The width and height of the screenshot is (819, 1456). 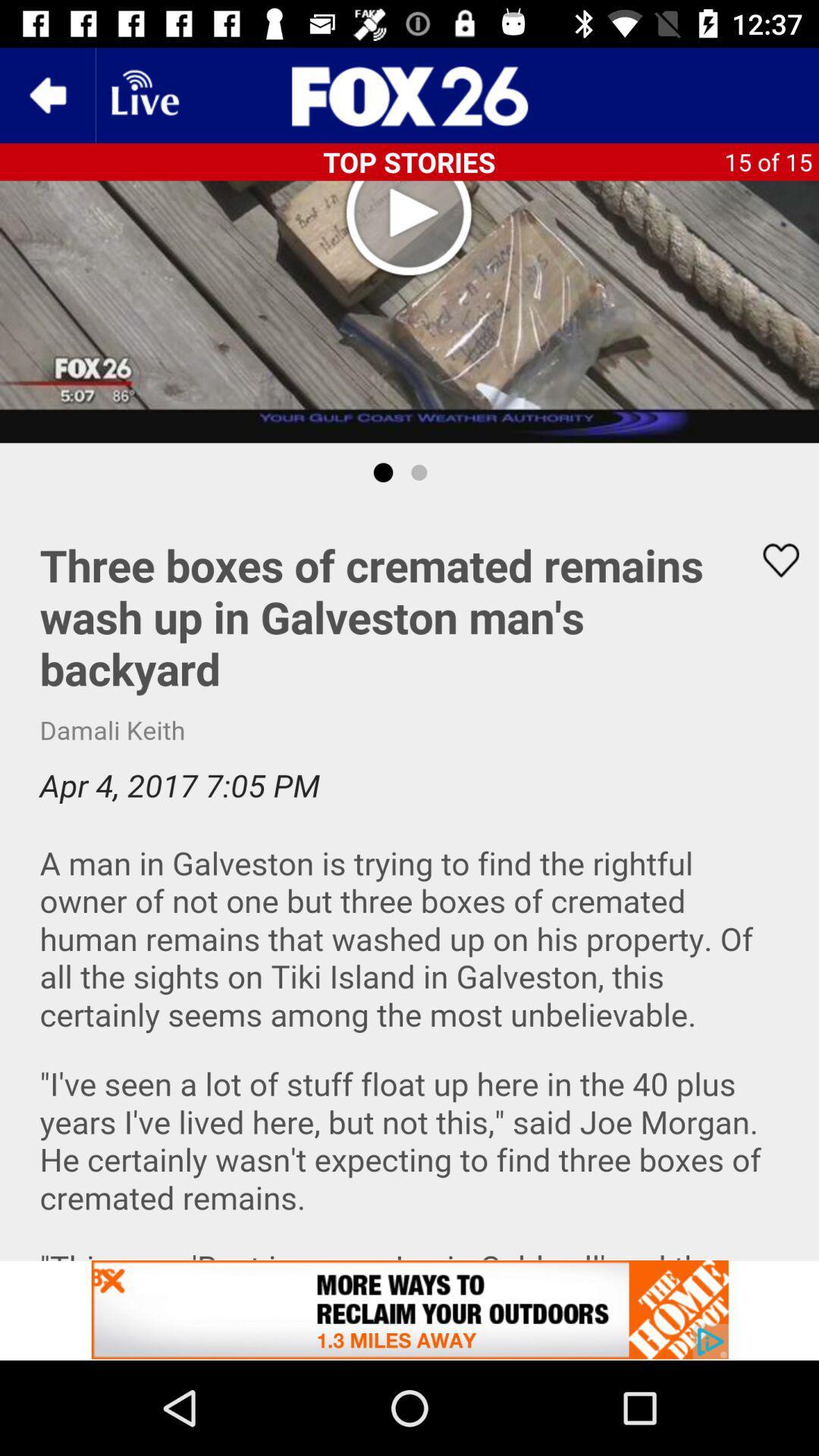 I want to click on the favorite icon, so click(x=771, y=560).